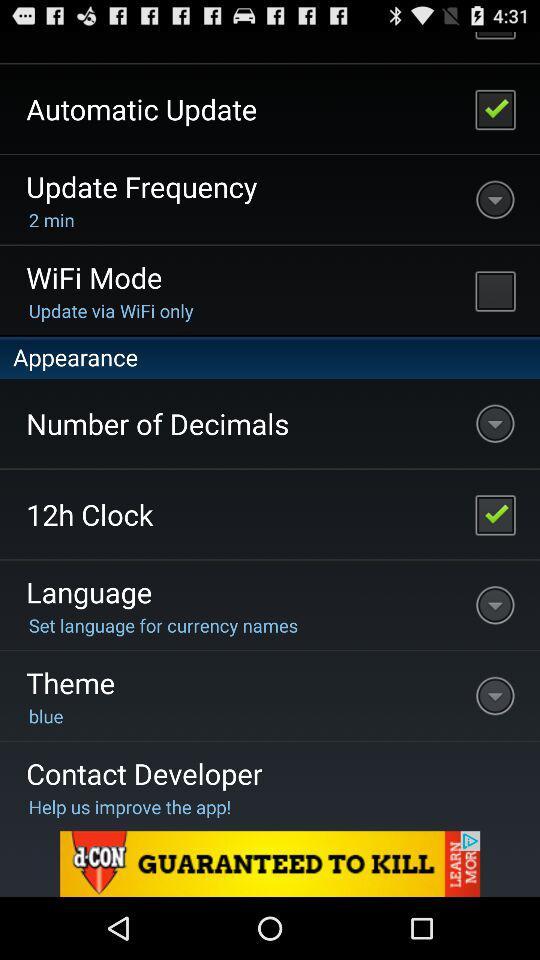  I want to click on another site, so click(270, 863).